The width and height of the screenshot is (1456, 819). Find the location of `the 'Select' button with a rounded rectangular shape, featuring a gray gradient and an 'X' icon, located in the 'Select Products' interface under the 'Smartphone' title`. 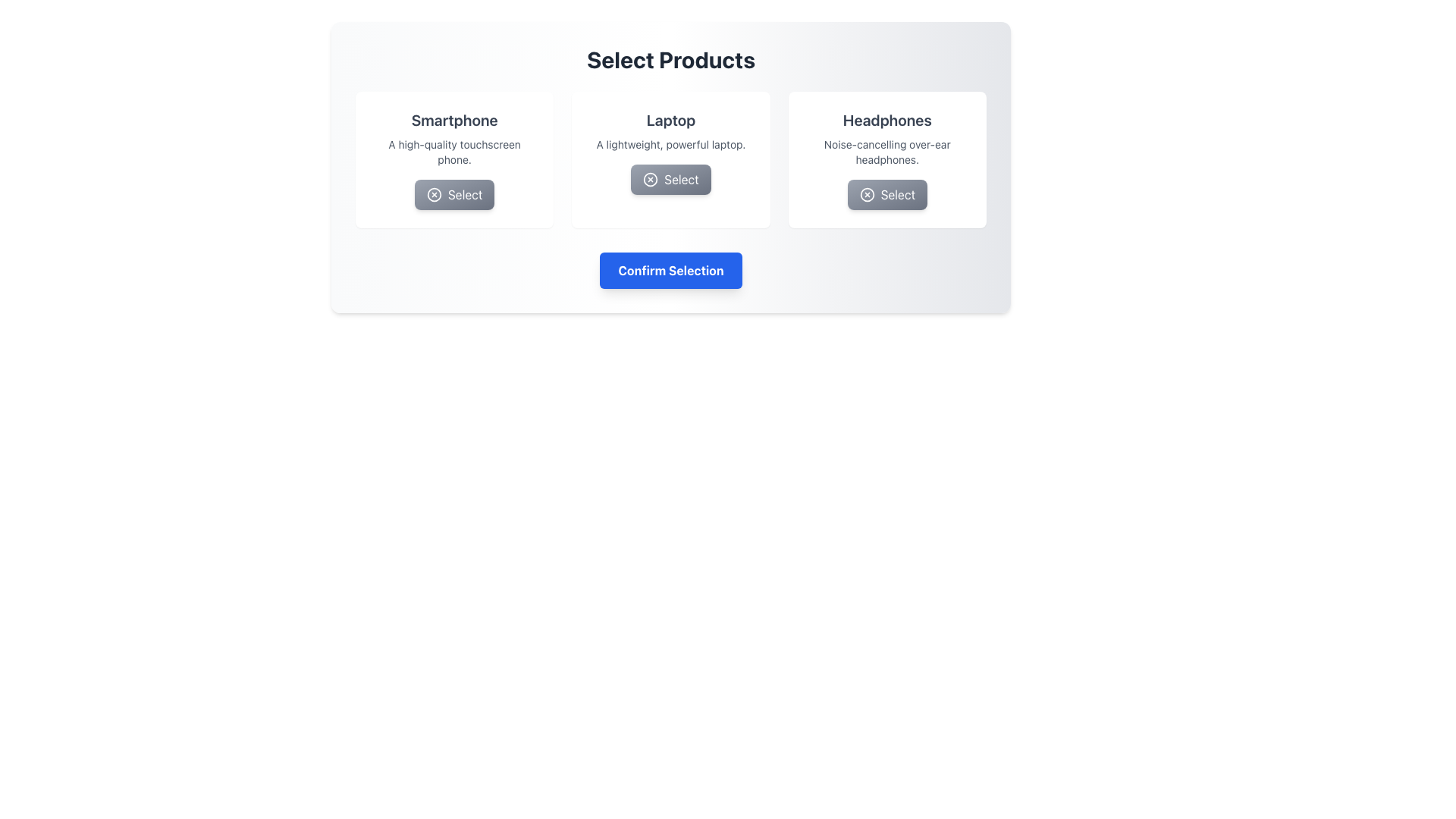

the 'Select' button with a rounded rectangular shape, featuring a gray gradient and an 'X' icon, located in the 'Select Products' interface under the 'Smartphone' title is located at coordinates (453, 194).